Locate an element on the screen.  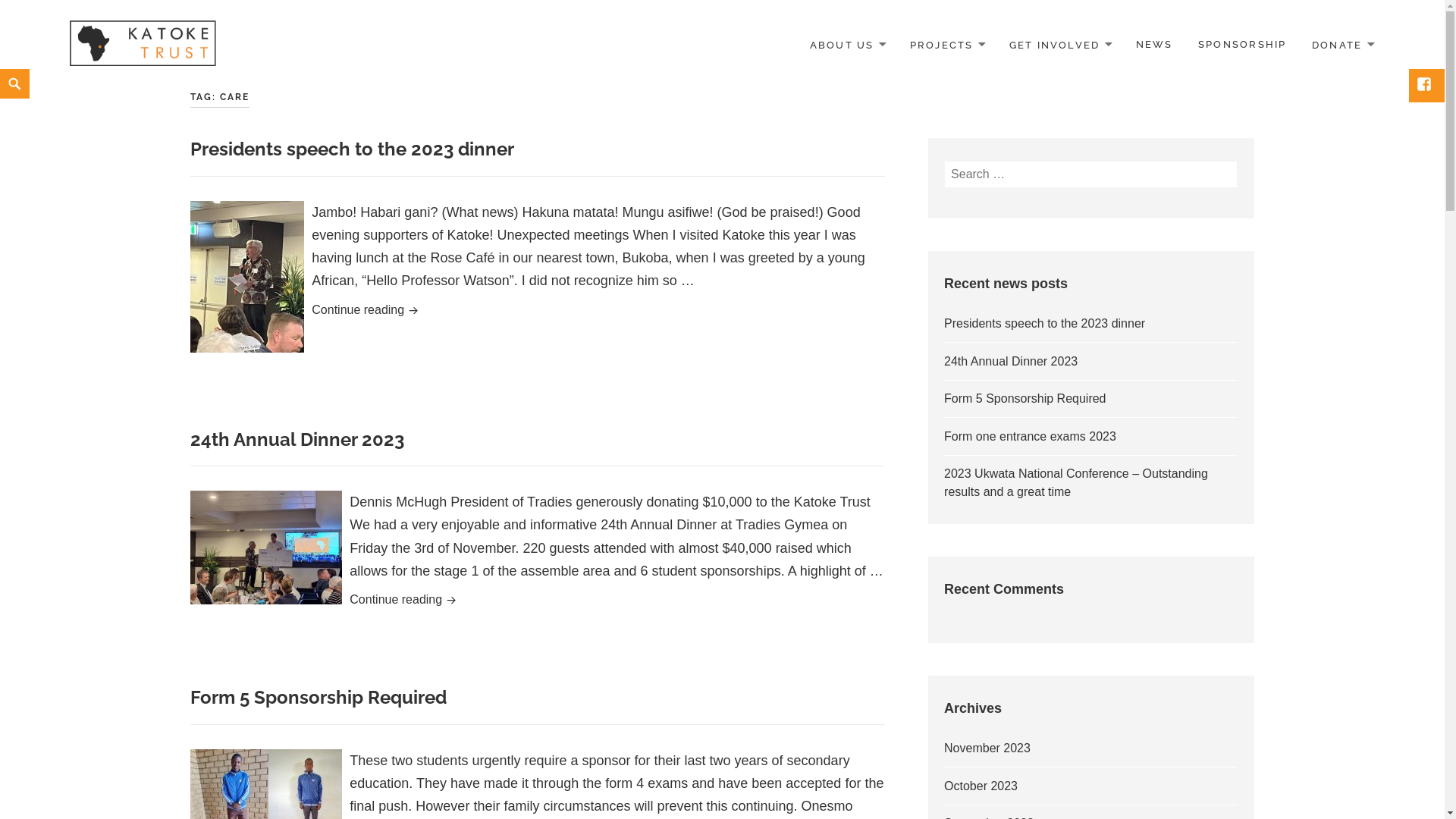
'Facebook' is located at coordinates (1411, 85).